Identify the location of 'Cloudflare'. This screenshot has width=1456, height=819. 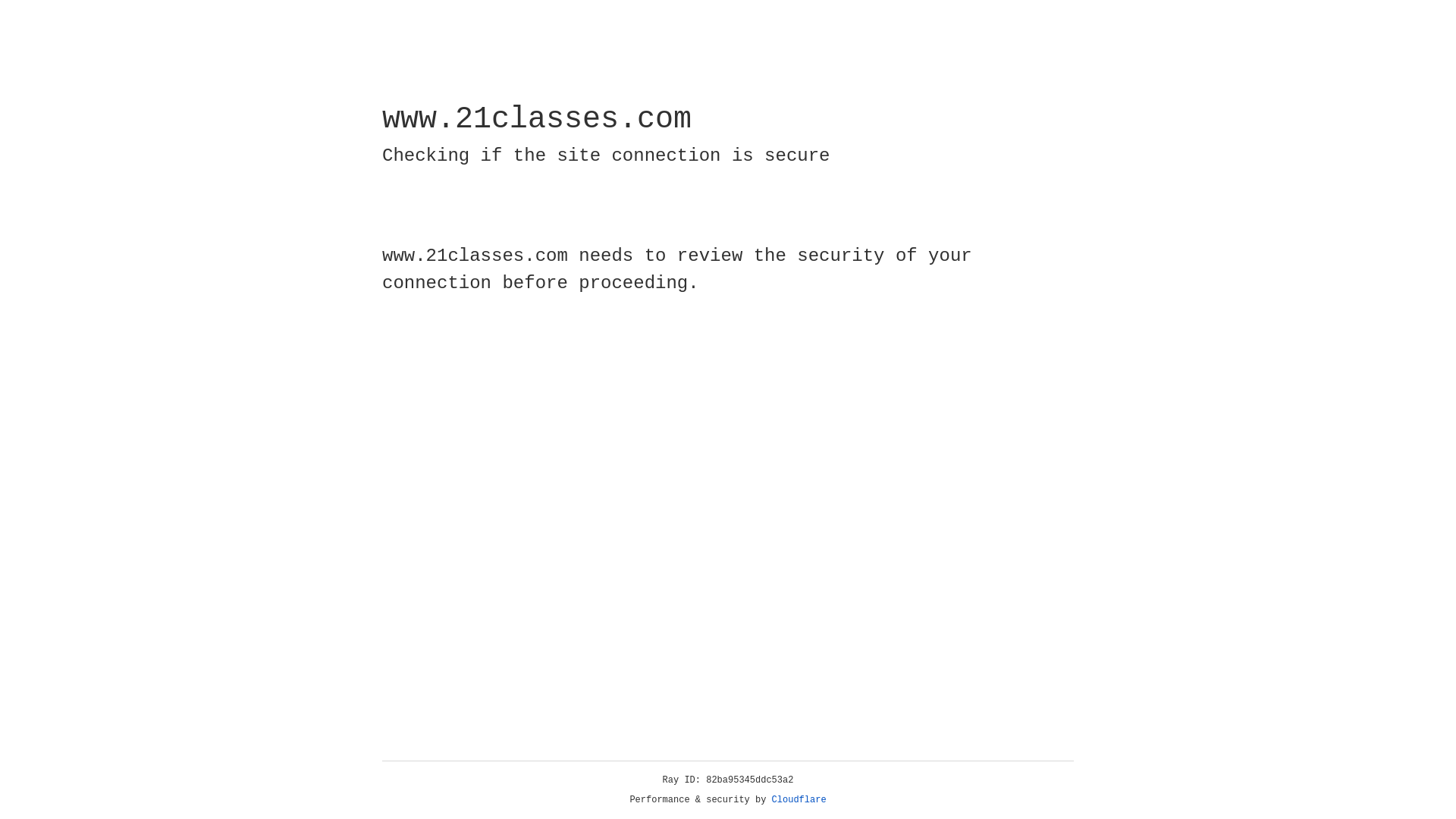
(799, 799).